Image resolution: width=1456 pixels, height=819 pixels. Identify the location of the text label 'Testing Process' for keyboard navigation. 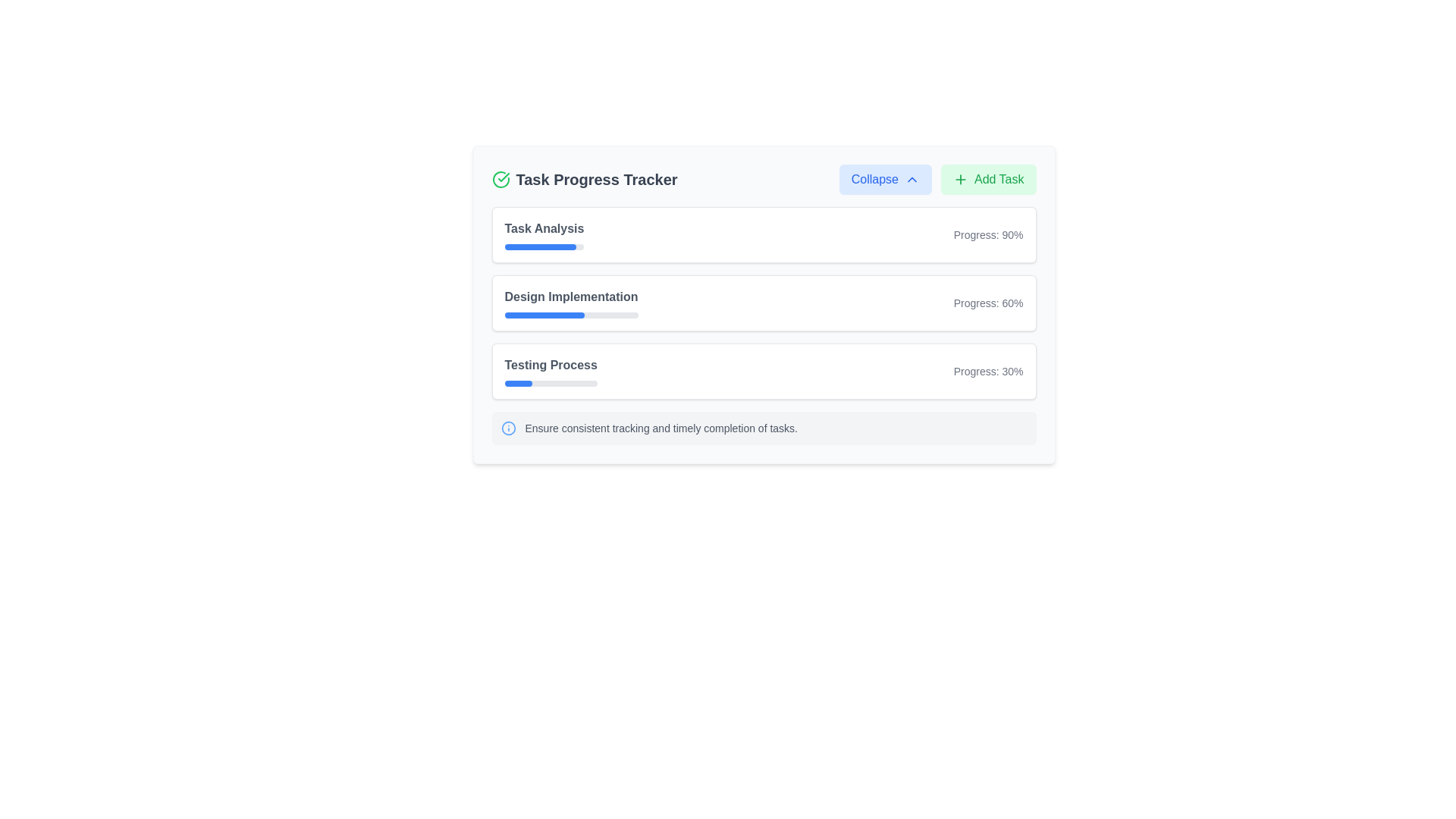
(550, 371).